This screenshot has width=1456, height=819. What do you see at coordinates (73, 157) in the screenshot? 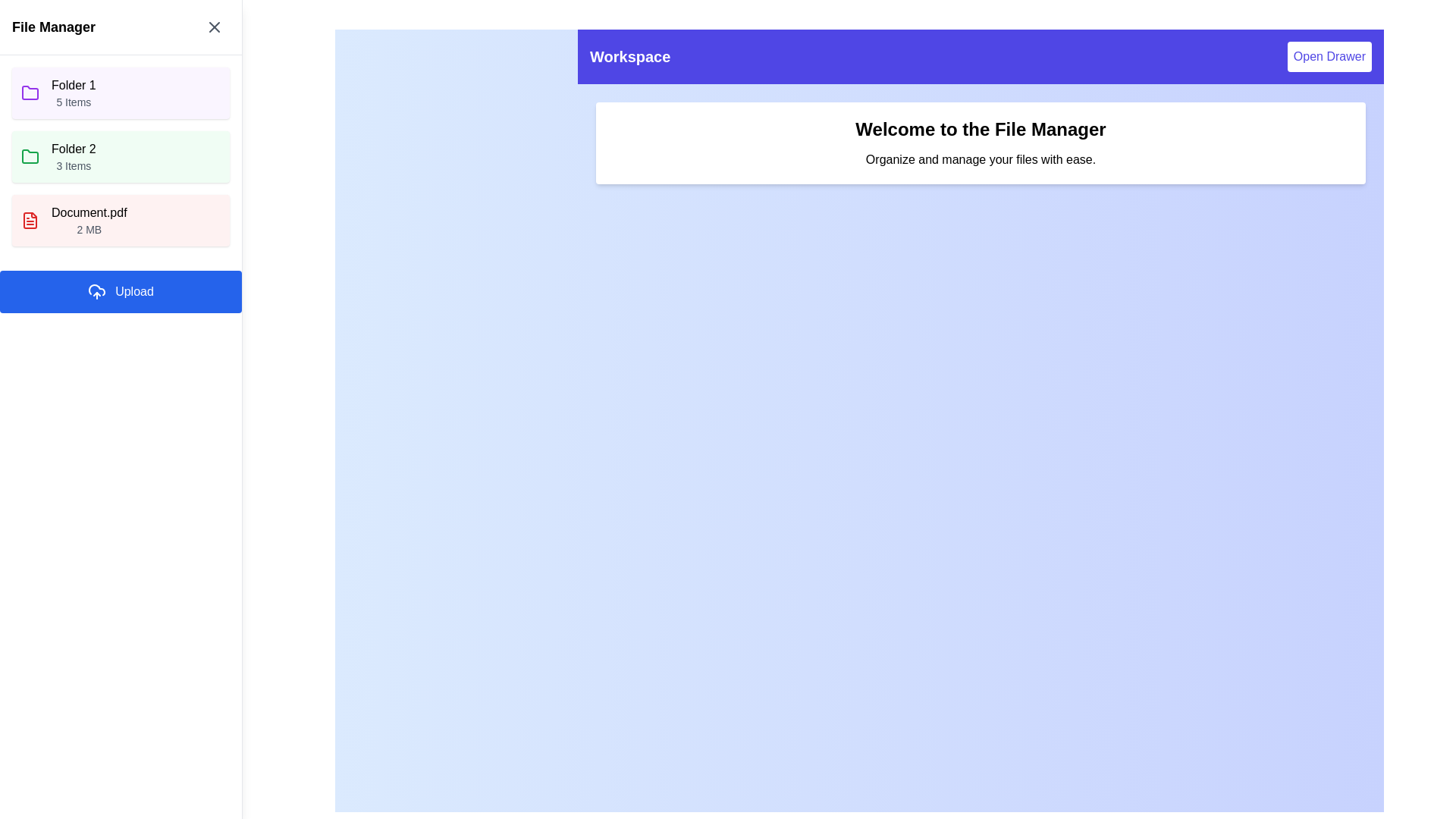
I see `the folder entry labeled 'Folder 2' in the left sidebar of the File Manager, which displays '3 Items'` at bounding box center [73, 157].